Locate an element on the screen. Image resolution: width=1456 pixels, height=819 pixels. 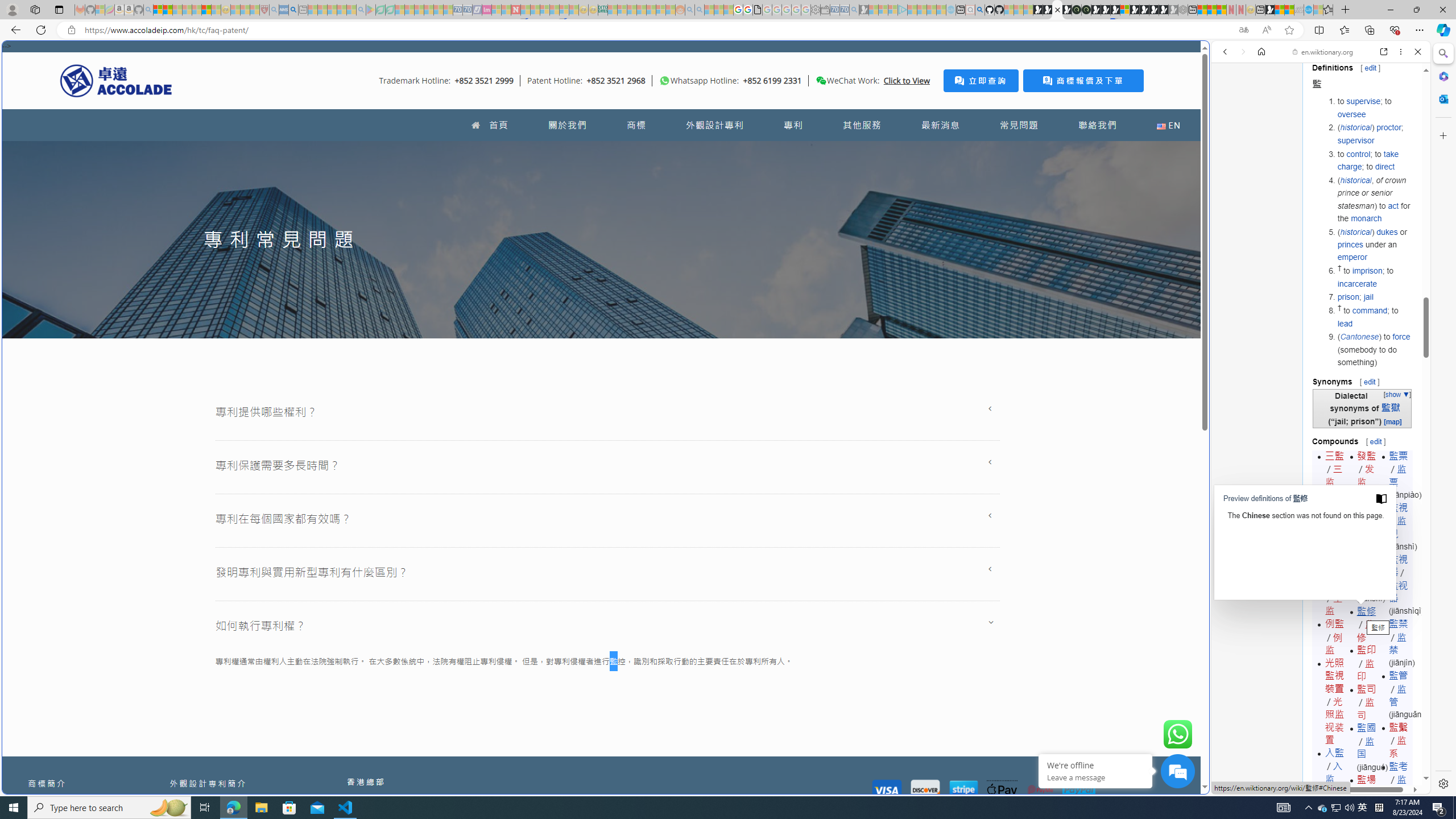
'Class: b_serphb' is located at coordinates (1405, 130).